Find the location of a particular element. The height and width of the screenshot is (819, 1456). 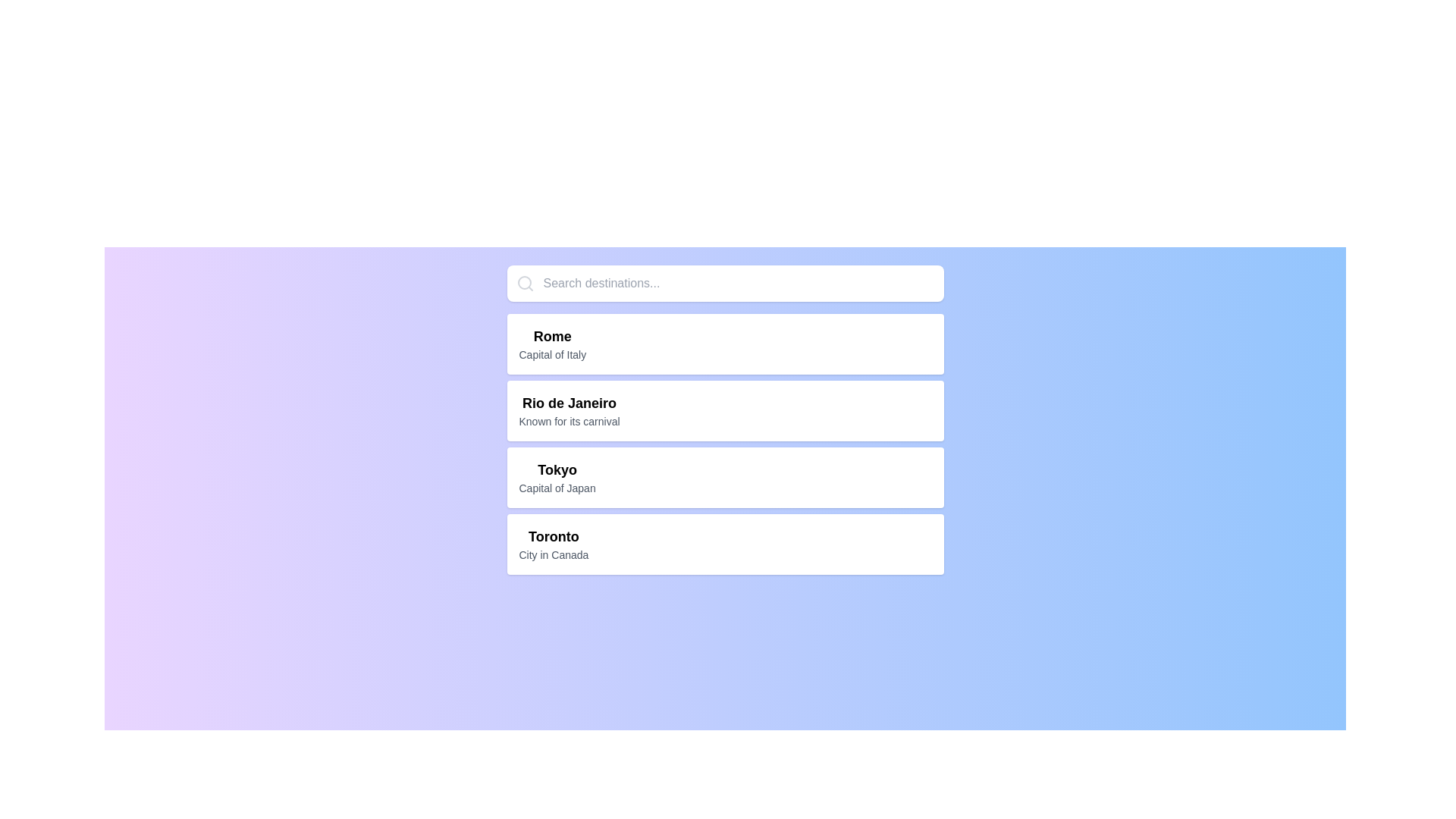

the non-interactive text label displaying 'Tokyo', which indicates the name of the city in a vertical list of city names is located at coordinates (557, 469).